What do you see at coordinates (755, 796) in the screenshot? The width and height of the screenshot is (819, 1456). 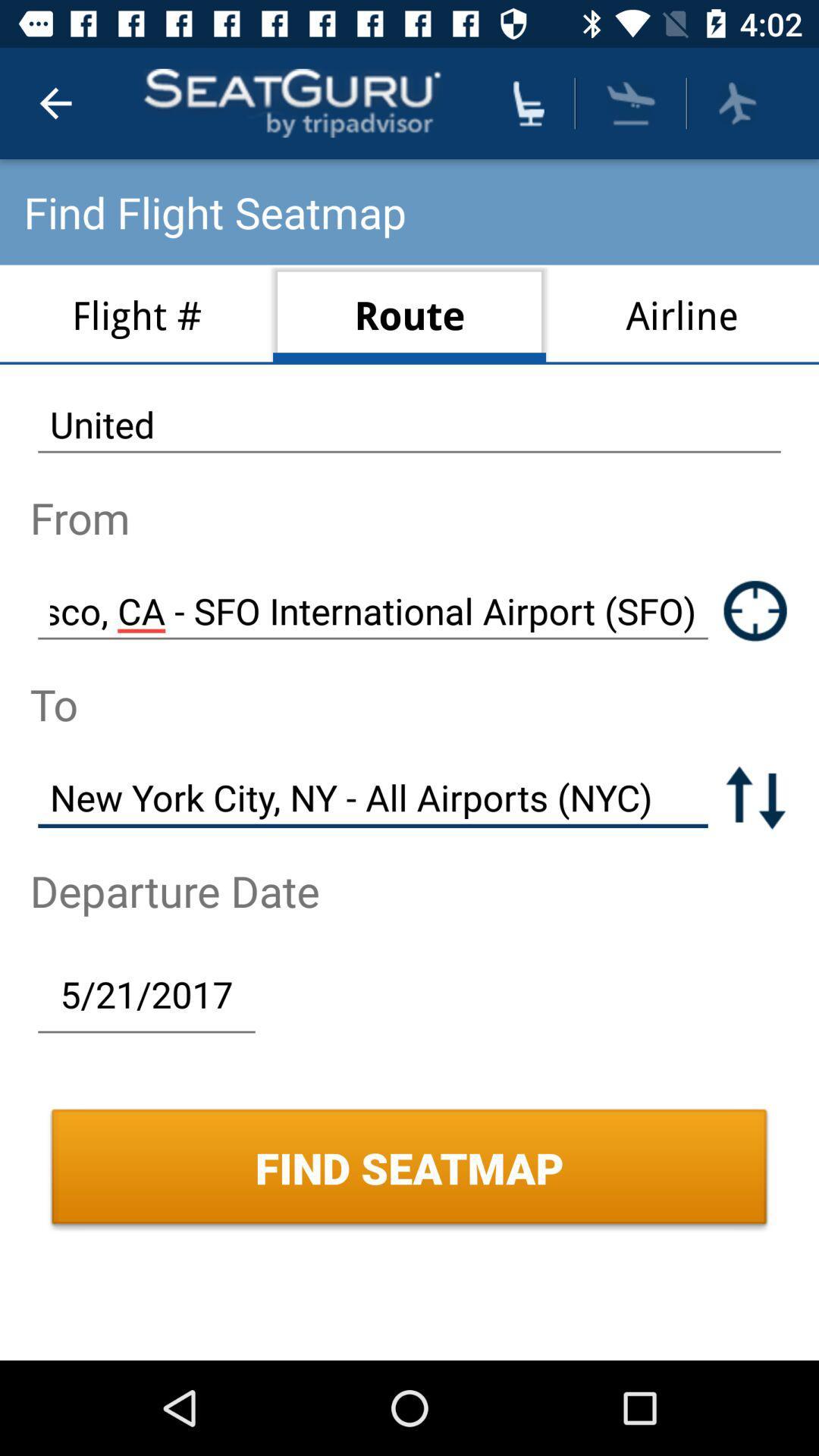 I see `the swap icon` at bounding box center [755, 796].